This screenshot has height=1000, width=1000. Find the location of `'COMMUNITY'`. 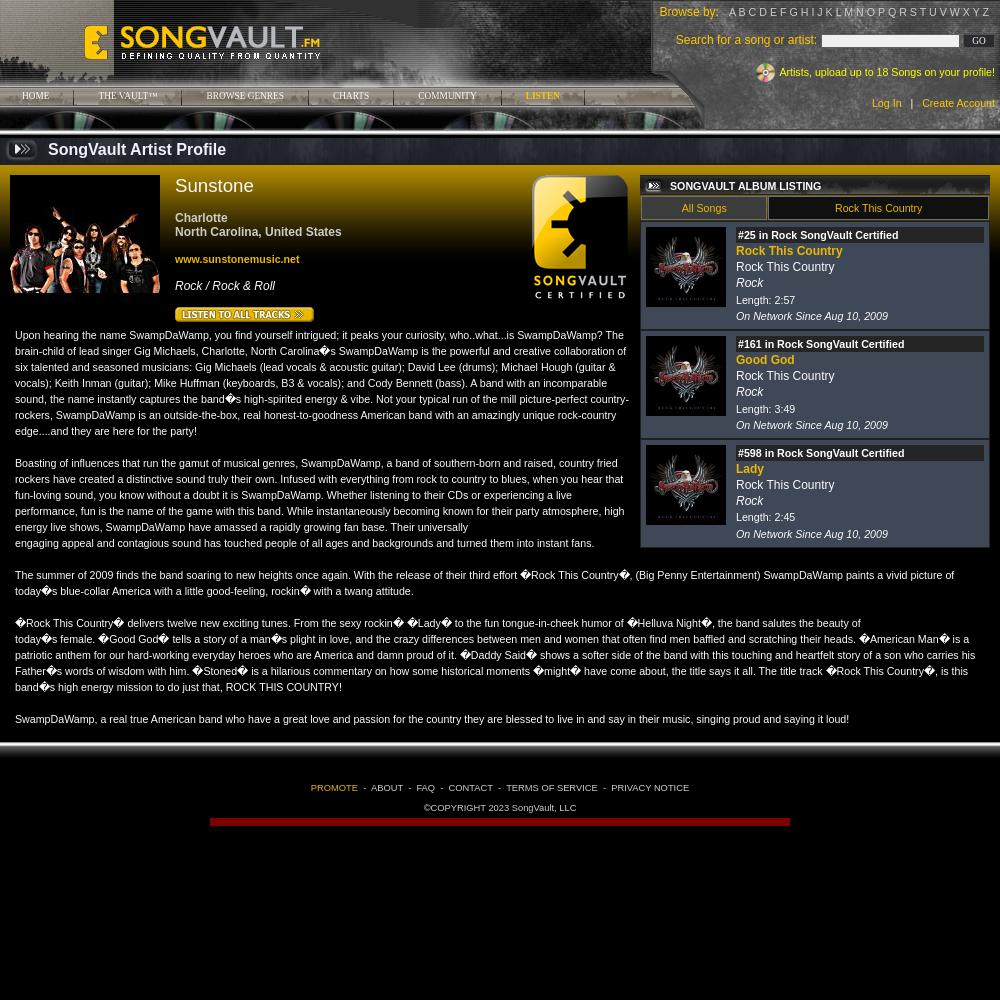

'COMMUNITY' is located at coordinates (446, 95).